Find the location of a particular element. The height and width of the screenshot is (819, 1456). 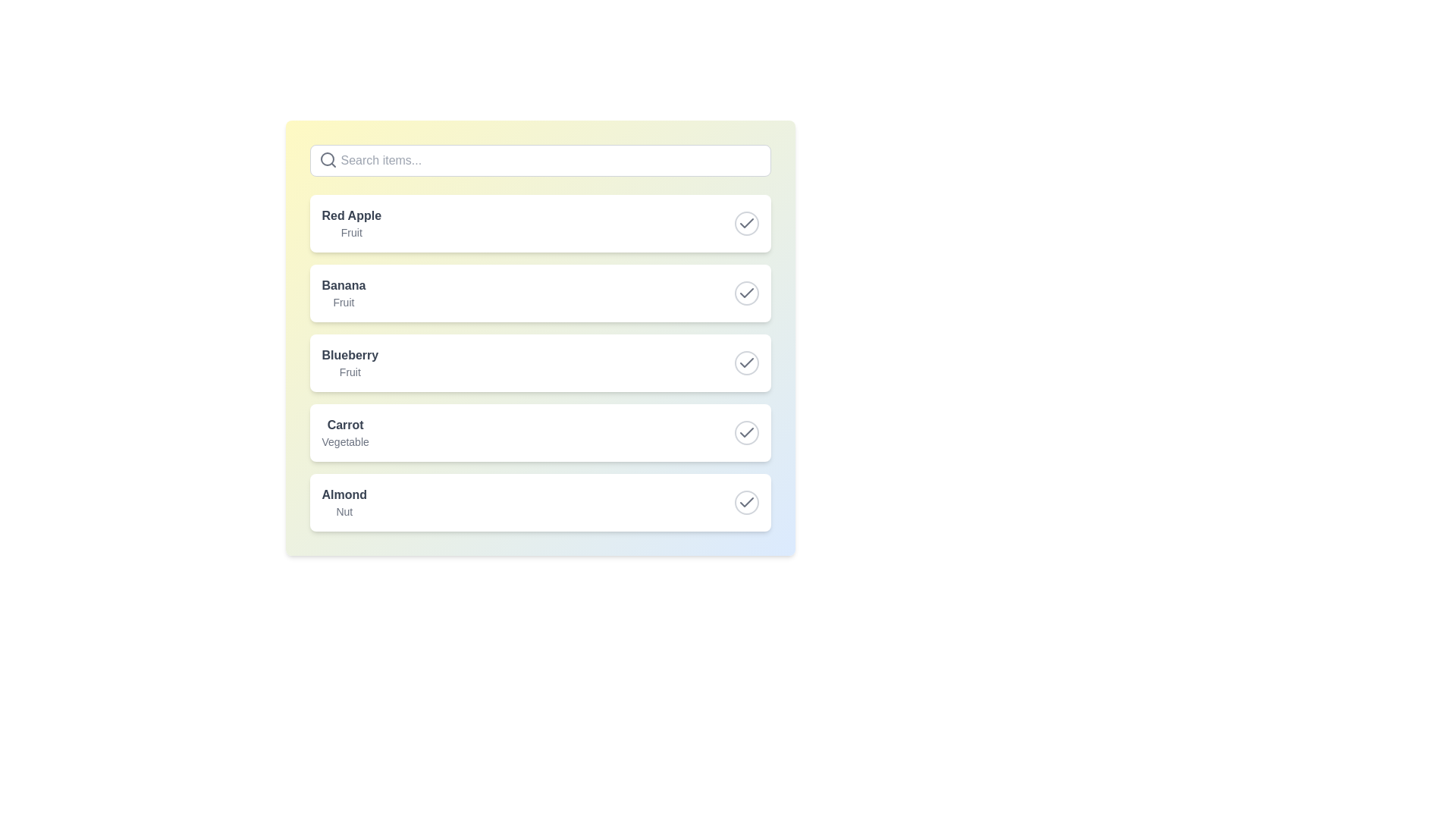

the text label located below the header text 'Almond' in the list interface is located at coordinates (344, 512).